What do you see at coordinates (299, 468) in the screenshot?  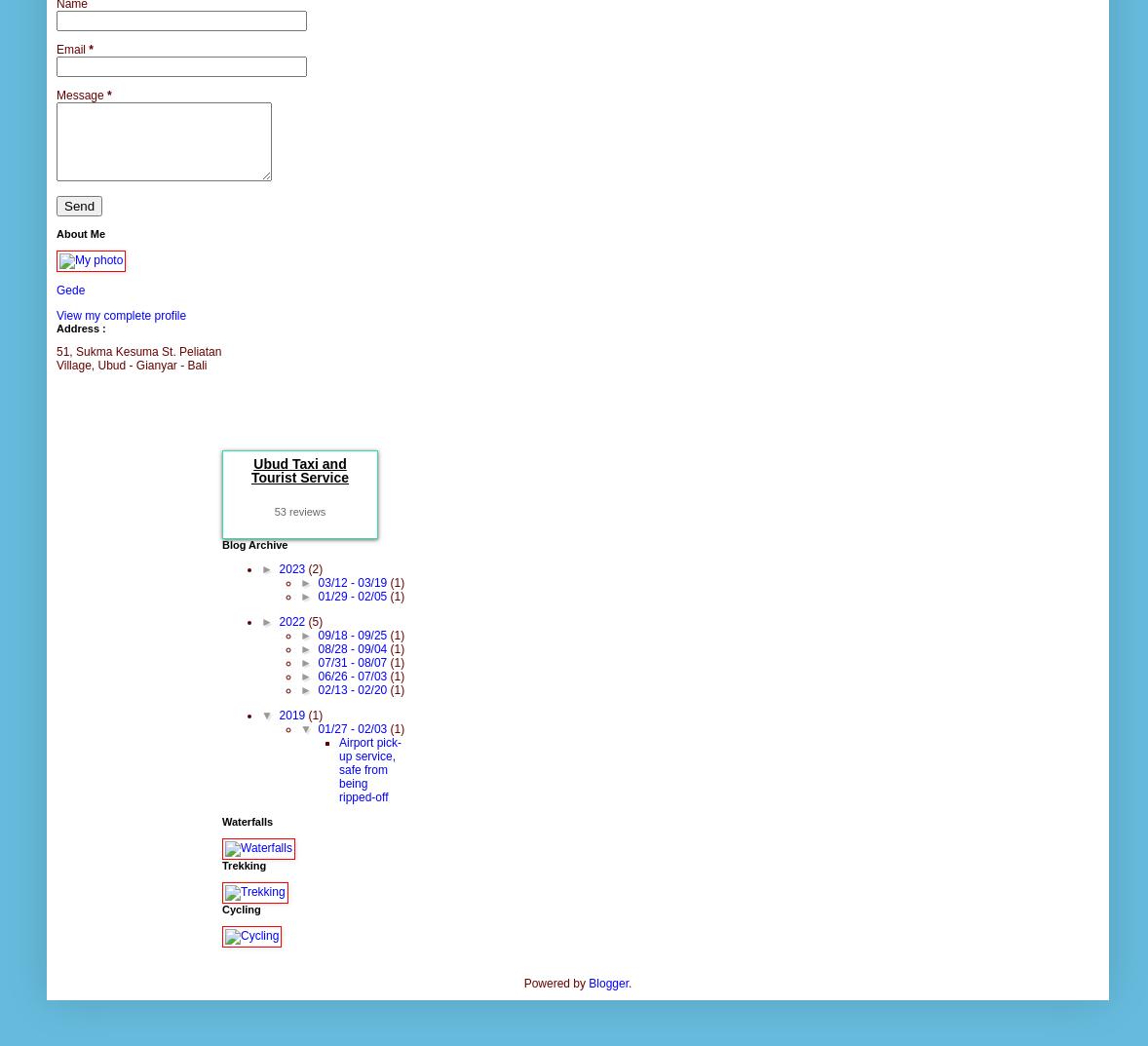 I see `'Ubud Taxi and Tourist Service'` at bounding box center [299, 468].